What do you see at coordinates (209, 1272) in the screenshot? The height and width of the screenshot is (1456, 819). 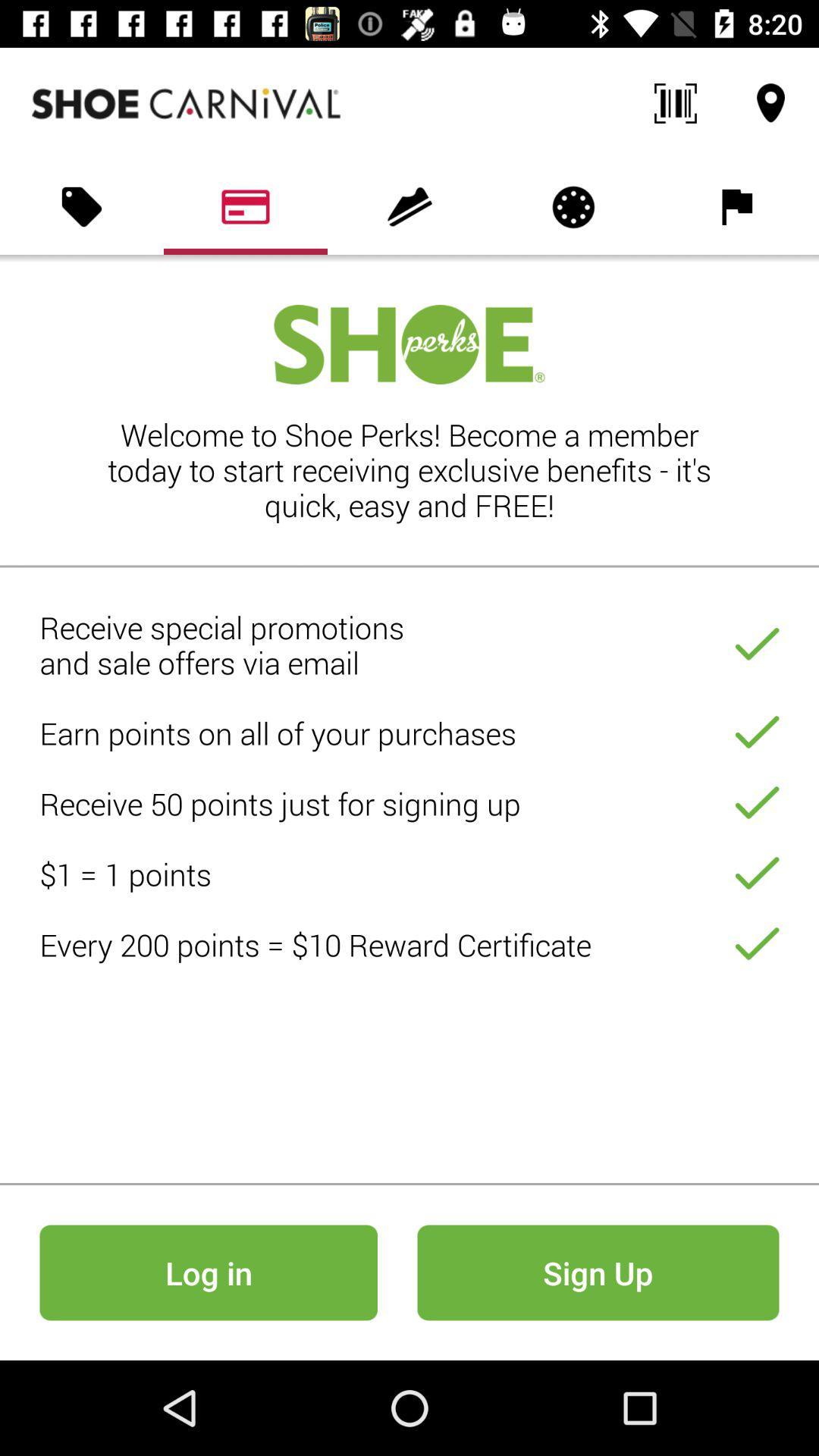 I see `icon next to the sign up icon` at bounding box center [209, 1272].